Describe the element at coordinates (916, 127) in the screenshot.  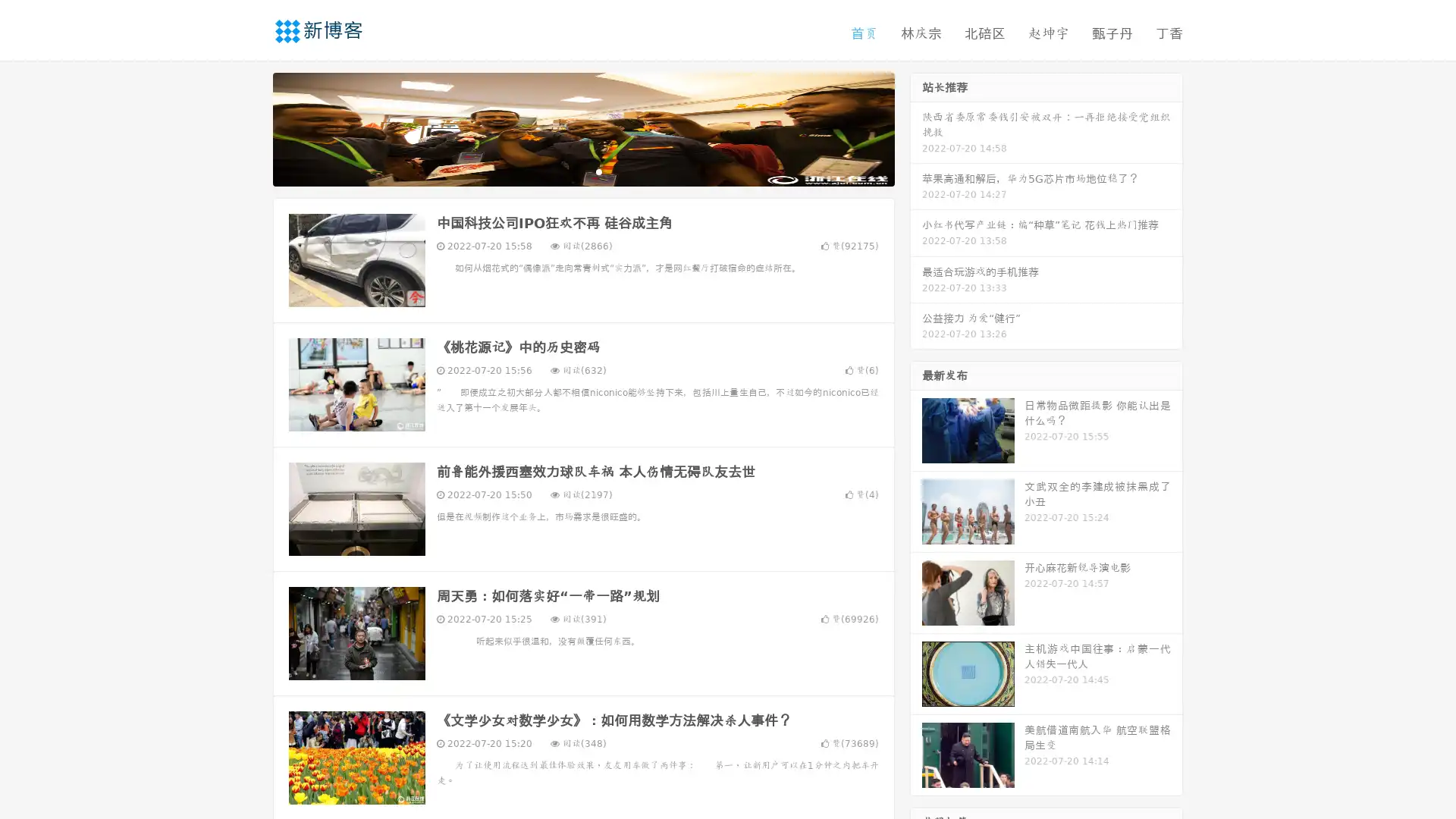
I see `Next slide` at that location.